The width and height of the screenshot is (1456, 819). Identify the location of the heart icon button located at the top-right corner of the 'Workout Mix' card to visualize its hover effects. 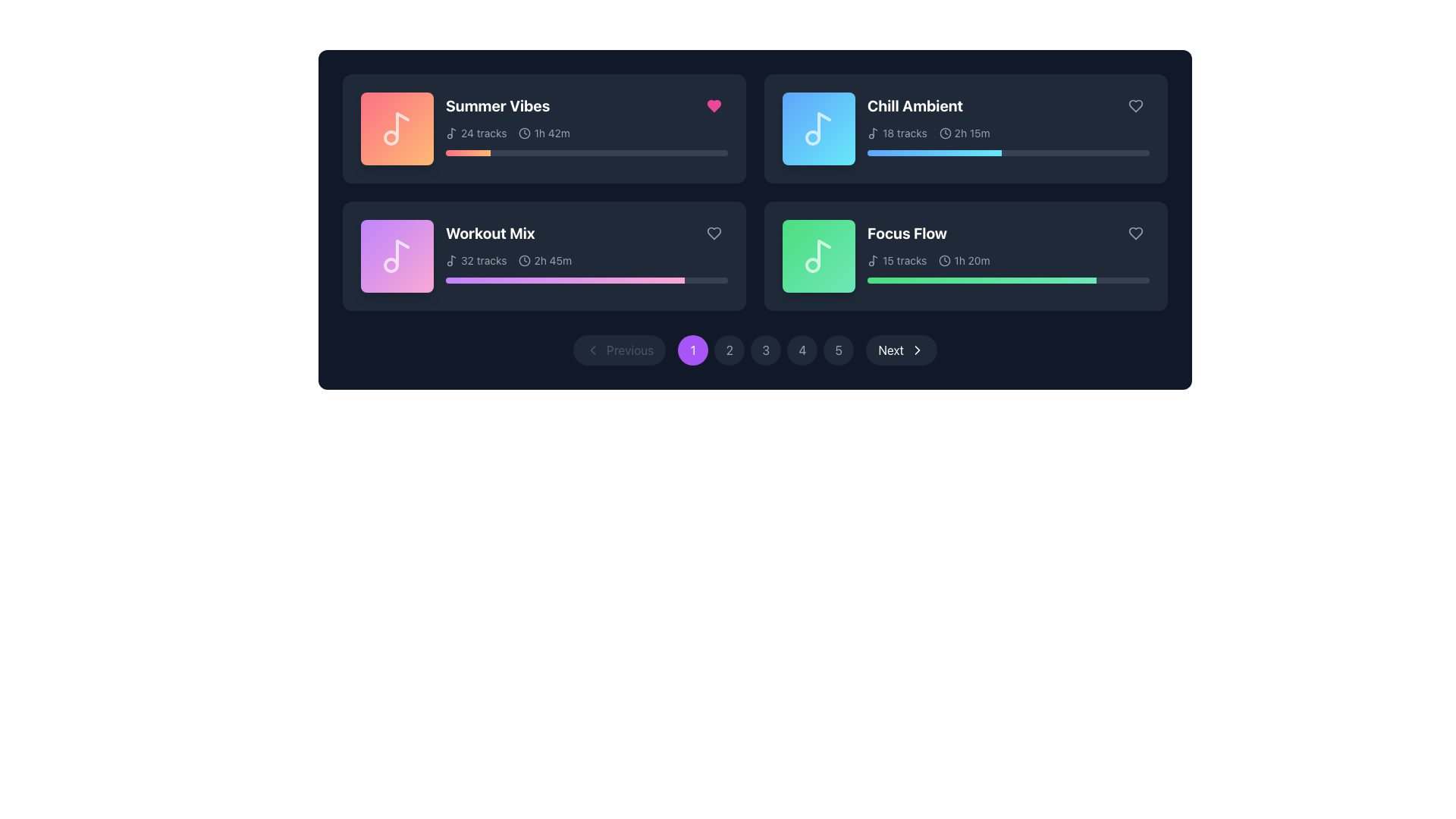
(713, 234).